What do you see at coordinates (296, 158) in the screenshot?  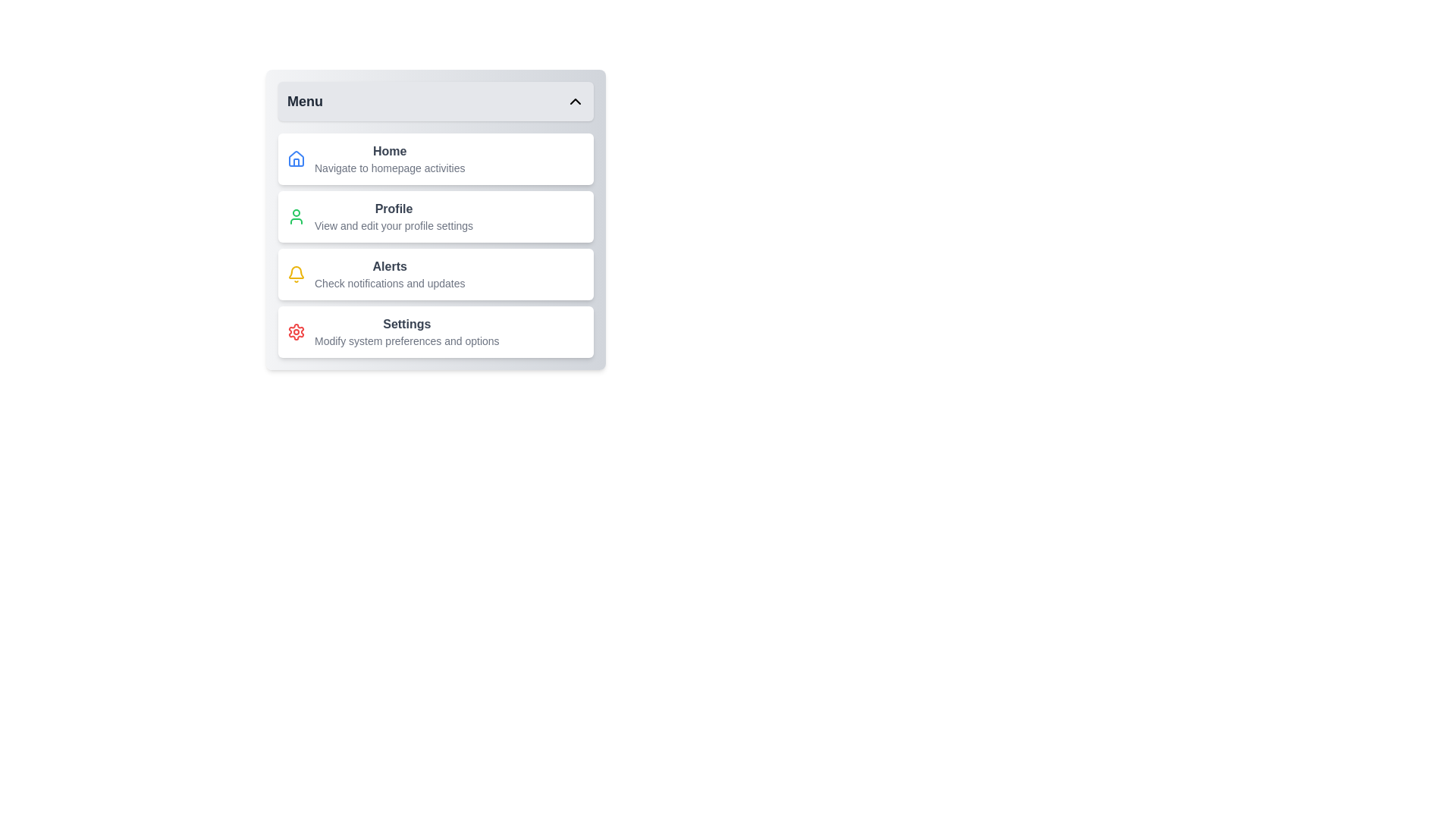 I see `the Home icon in the menu` at bounding box center [296, 158].